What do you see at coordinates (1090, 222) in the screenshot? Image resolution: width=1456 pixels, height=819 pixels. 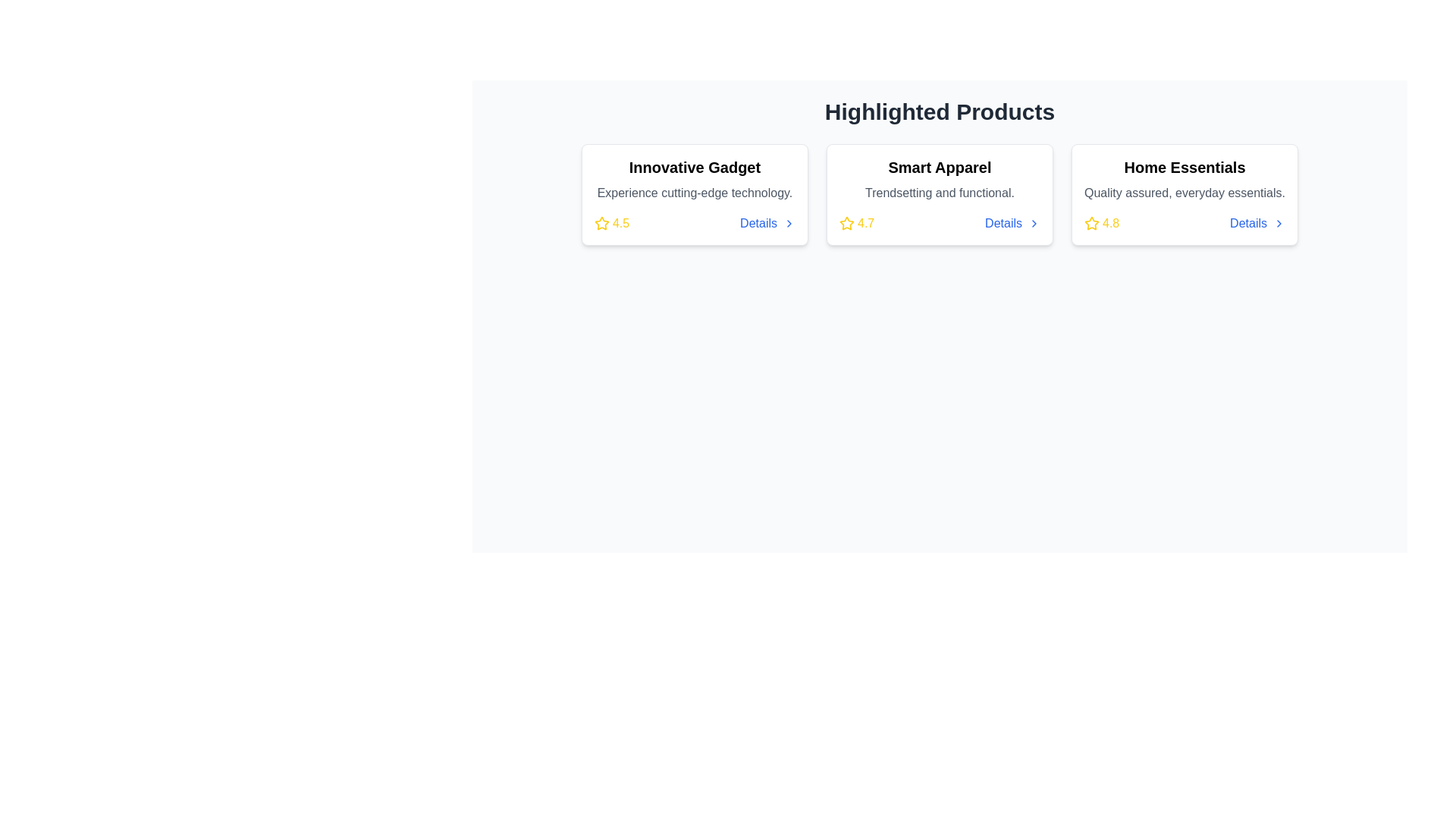 I see `the star-shaped icon with a hollow center and yellow outline, which is located in the 'Home Essentials' section, below its title and to the left of the numeric rating value '4.8'` at bounding box center [1090, 222].